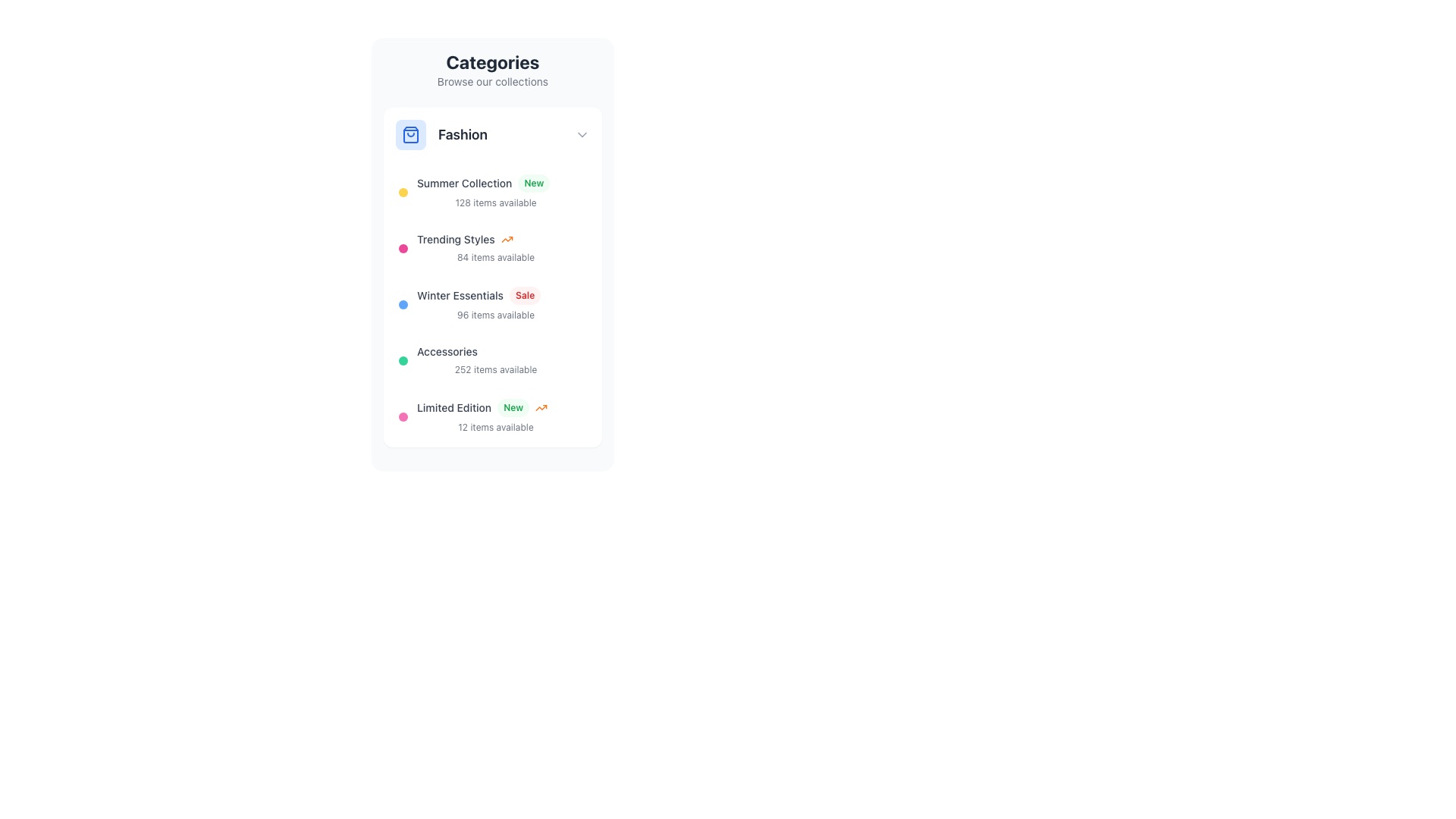  Describe the element at coordinates (522, 406) in the screenshot. I see `the 'New' badge component located to the right of the 'Limited Edition' text in the Fashion category box` at that location.